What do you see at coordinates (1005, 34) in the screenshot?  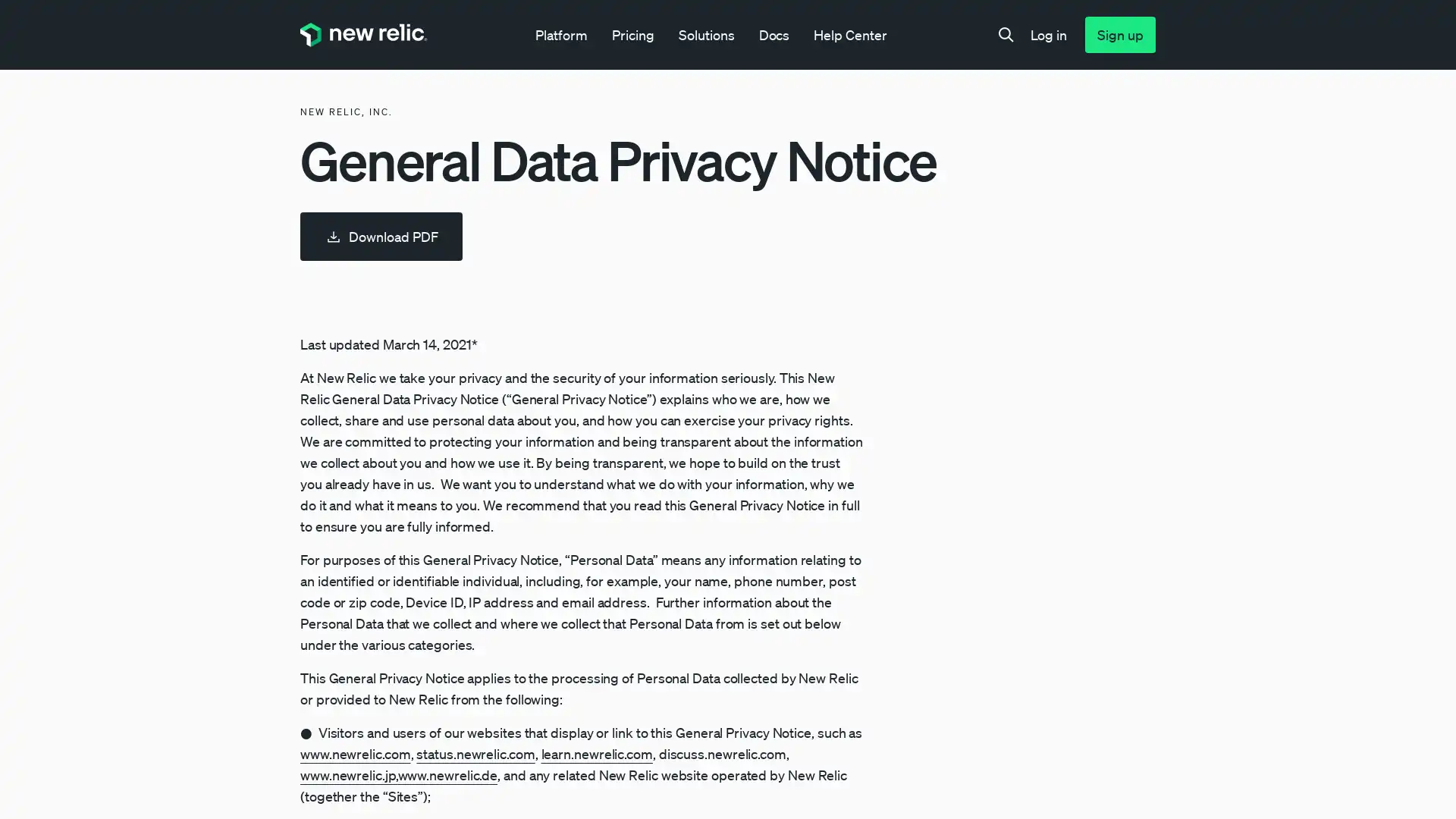 I see `Search toggle` at bounding box center [1005, 34].